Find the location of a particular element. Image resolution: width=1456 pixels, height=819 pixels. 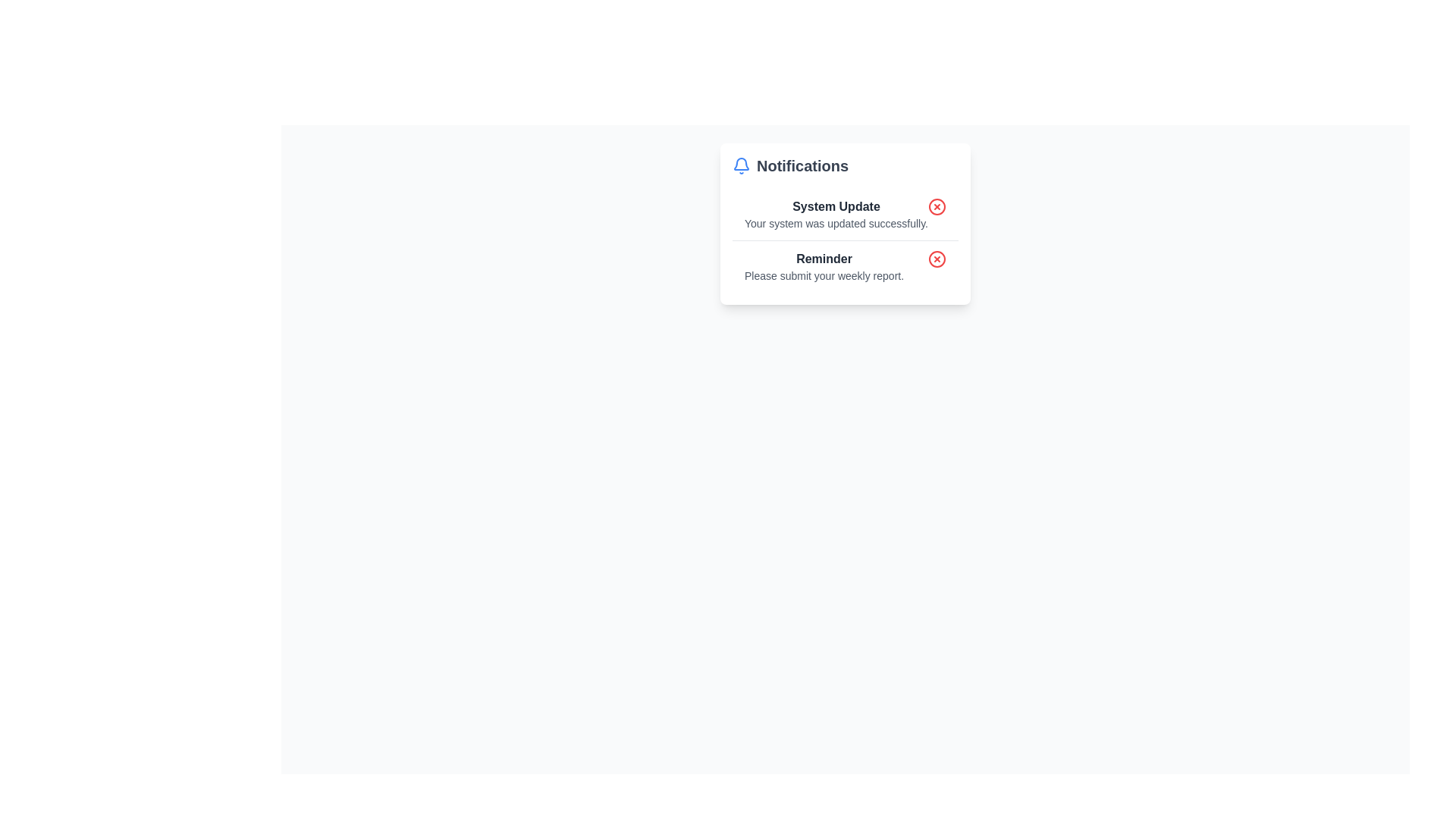

the prominent bold text 'Reminder' that is dark gray and located below the notification title 'System Update' in the second notification of the 'Notifications' section is located at coordinates (824, 259).